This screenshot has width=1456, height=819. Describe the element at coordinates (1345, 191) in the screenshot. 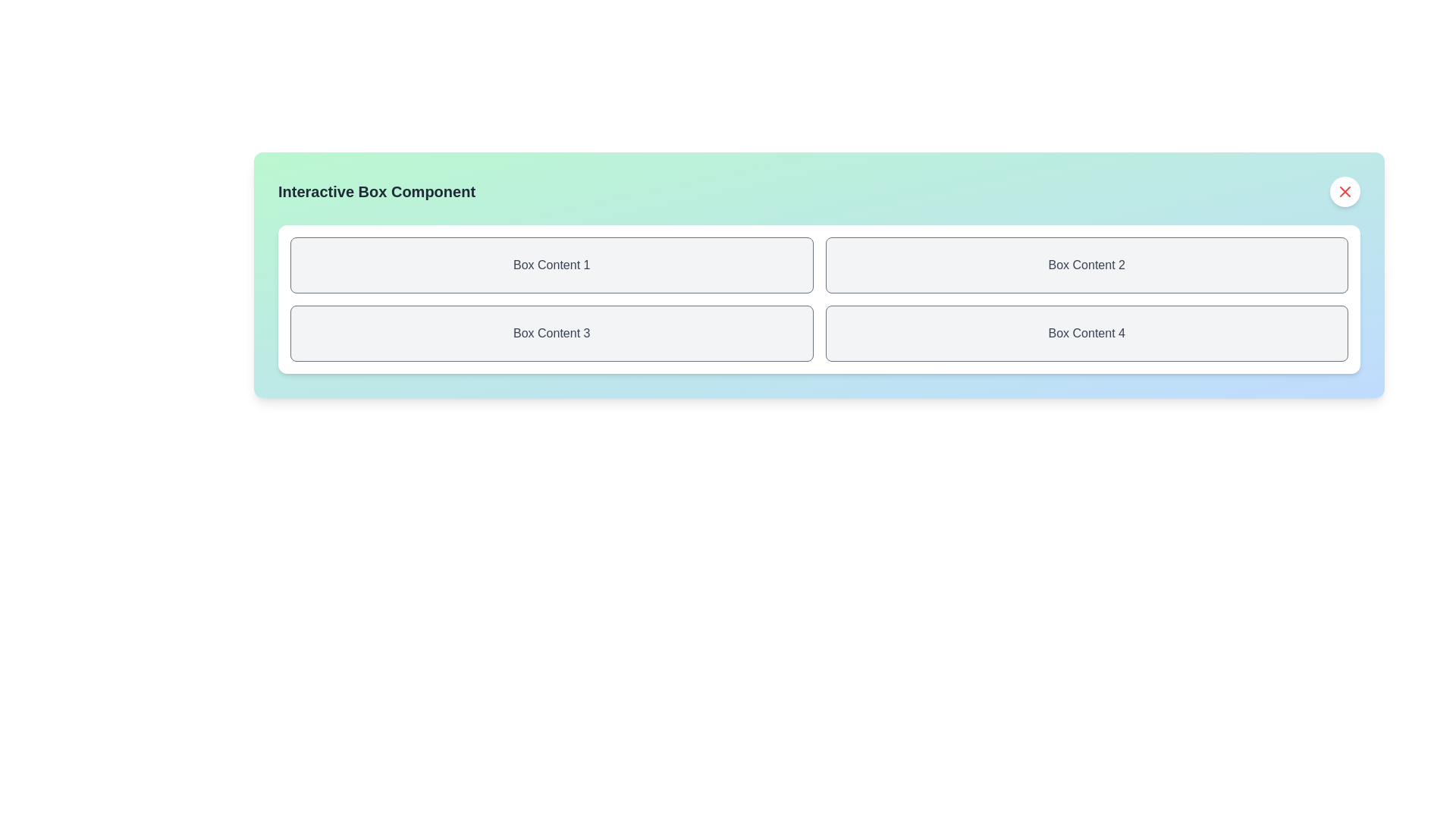

I see `the close button located in the top-right corner of the 'Interactive Box Component'` at that location.